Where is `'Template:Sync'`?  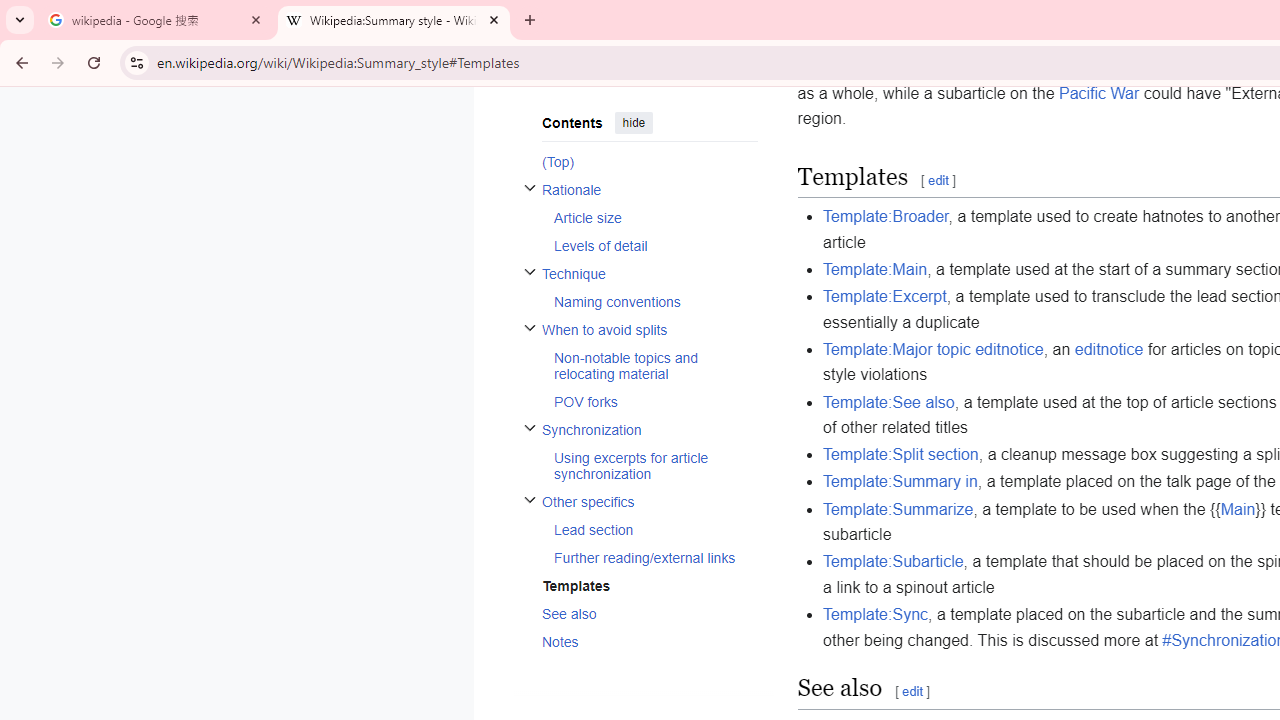
'Template:Sync' is located at coordinates (876, 614).